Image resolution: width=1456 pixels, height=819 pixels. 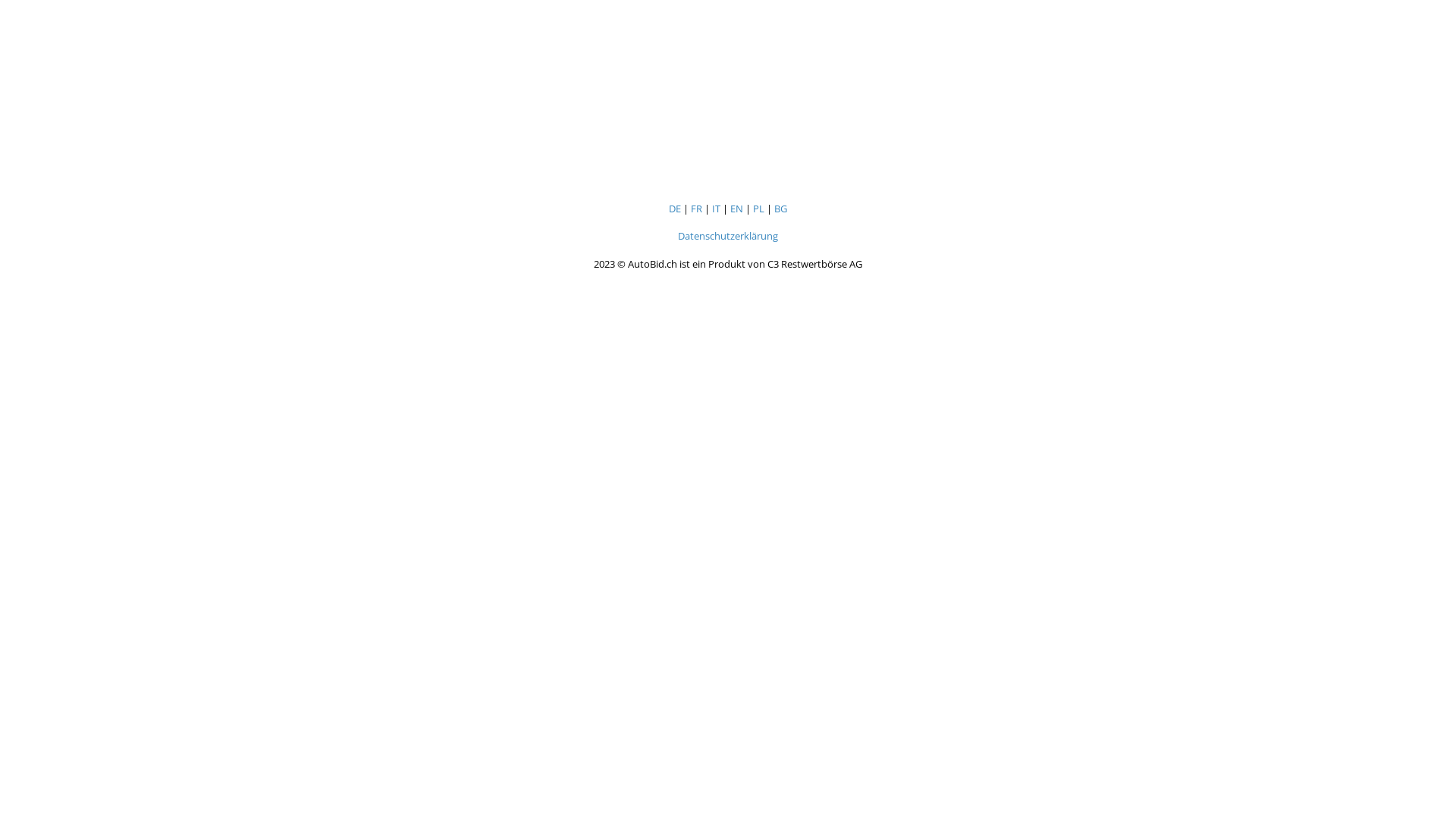 What do you see at coordinates (758, 208) in the screenshot?
I see `'PL'` at bounding box center [758, 208].